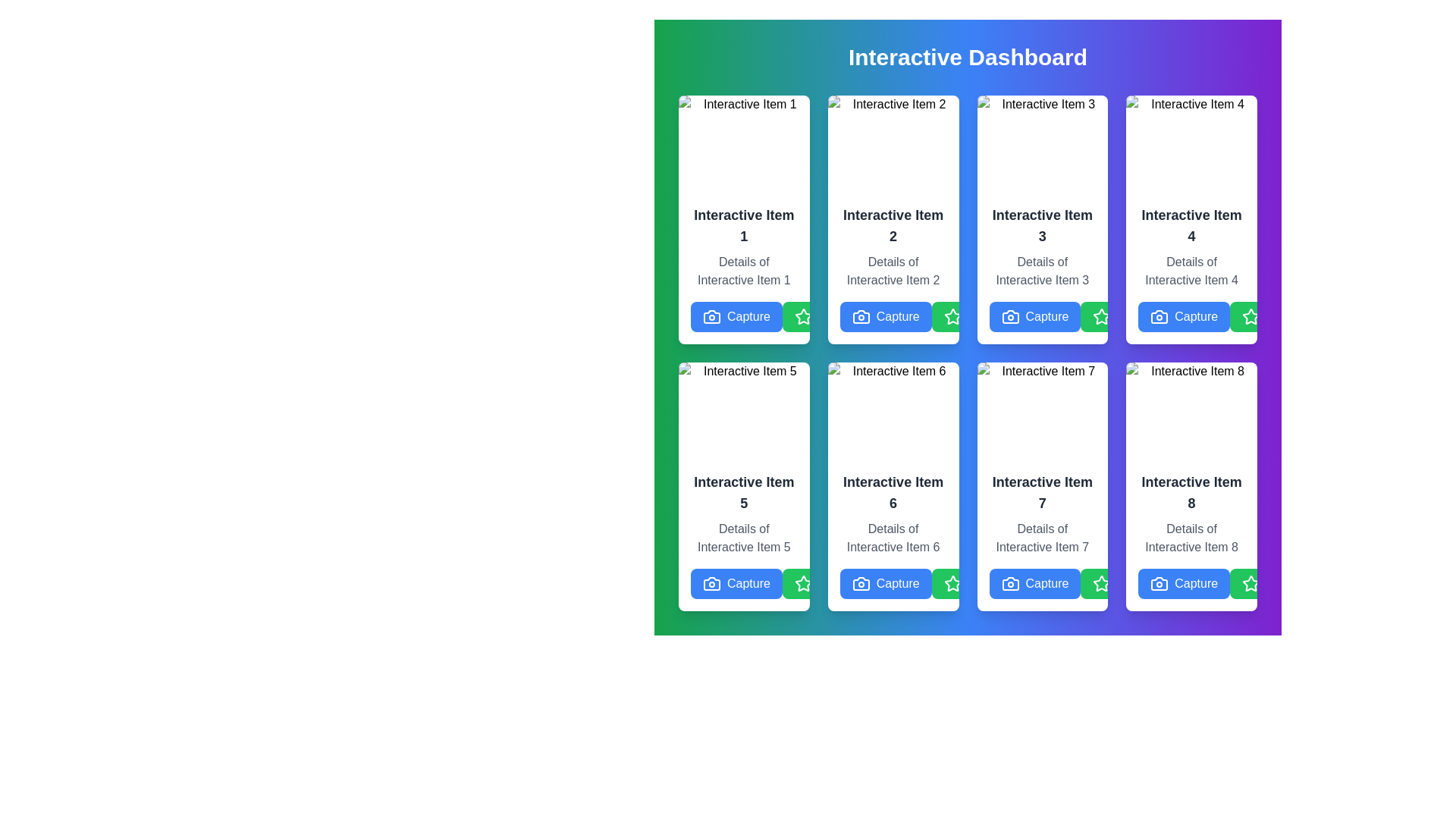 The image size is (1456, 819). I want to click on the 'Capture' button, which is the first button in the group of three on the interactive card labeled 'Interactive Item 1', so click(736, 315).